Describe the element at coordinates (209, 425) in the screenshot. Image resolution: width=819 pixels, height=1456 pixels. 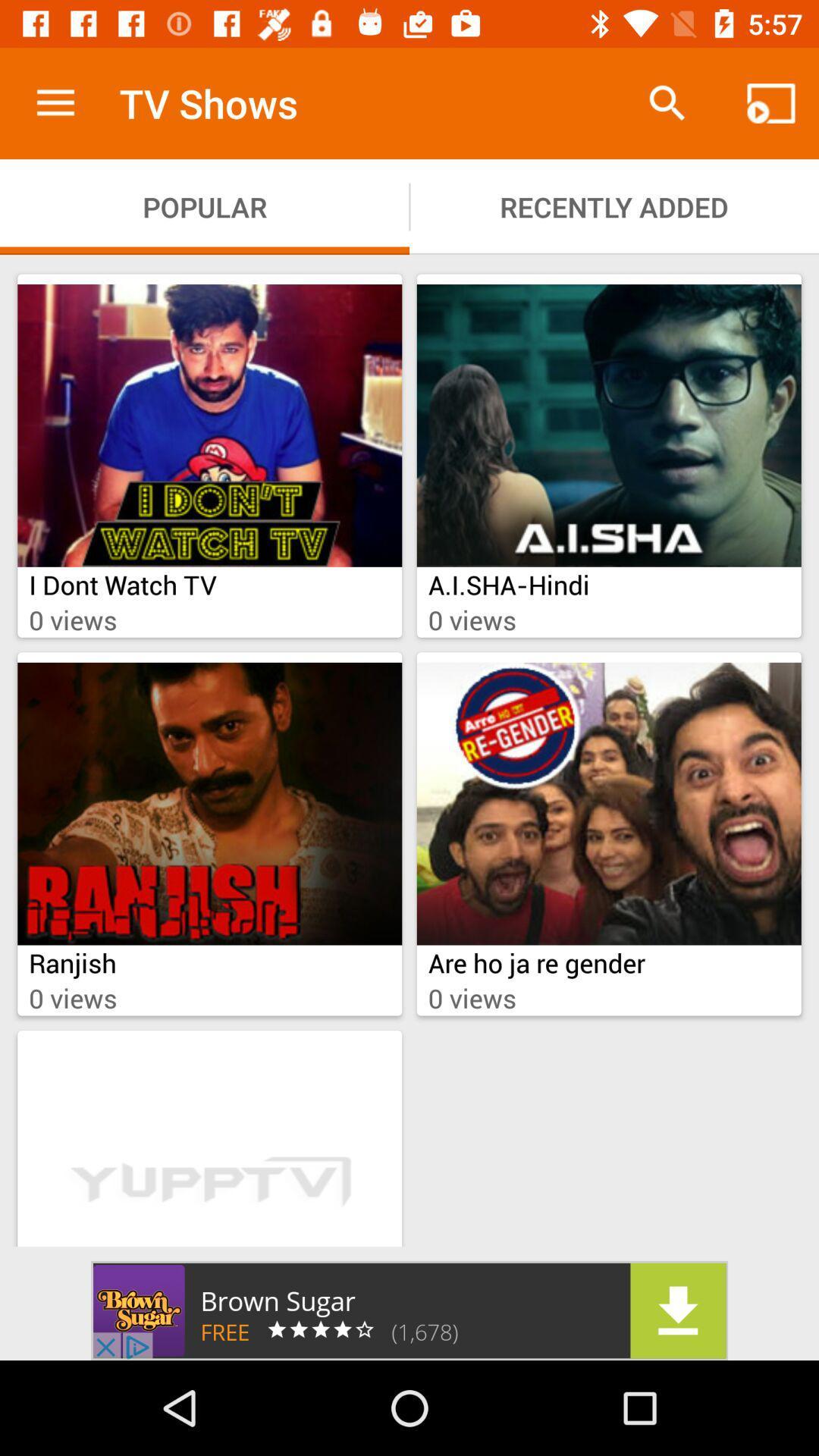
I see `the first row first column` at that location.